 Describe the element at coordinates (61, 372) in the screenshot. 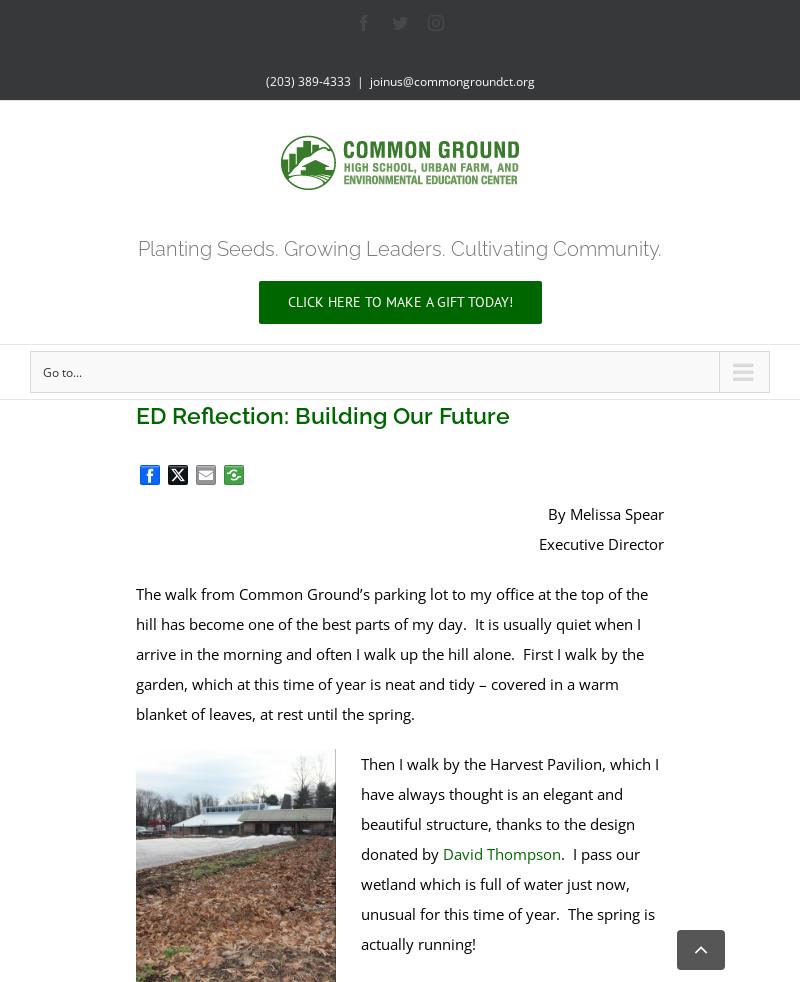

I see `'Go to...'` at that location.